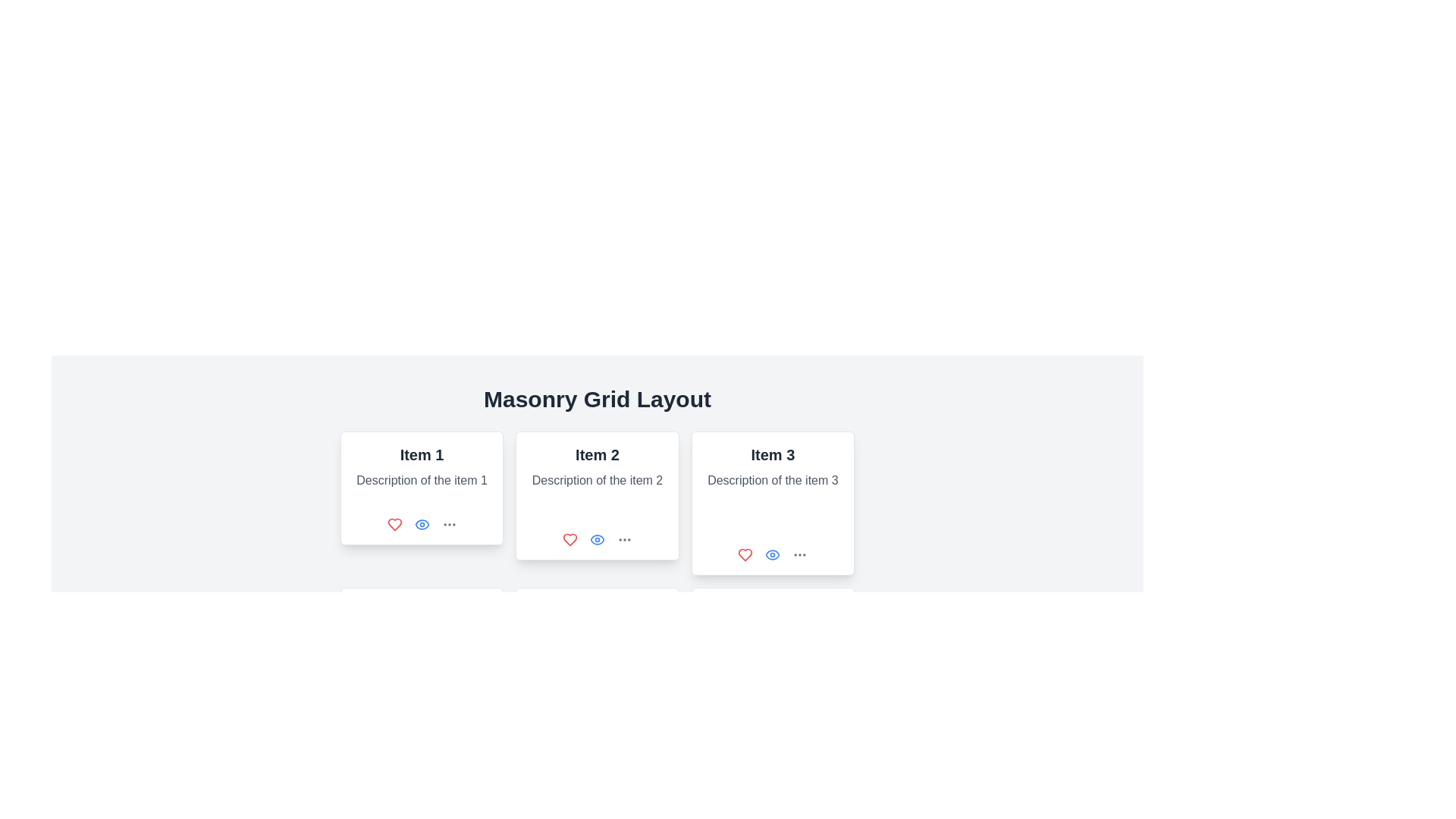 Image resolution: width=1456 pixels, height=819 pixels. What do you see at coordinates (773, 480) in the screenshot?
I see `the text block displaying 'Description of the item 3' located in the third card from the left, directly below the title 'Item 3'` at bounding box center [773, 480].